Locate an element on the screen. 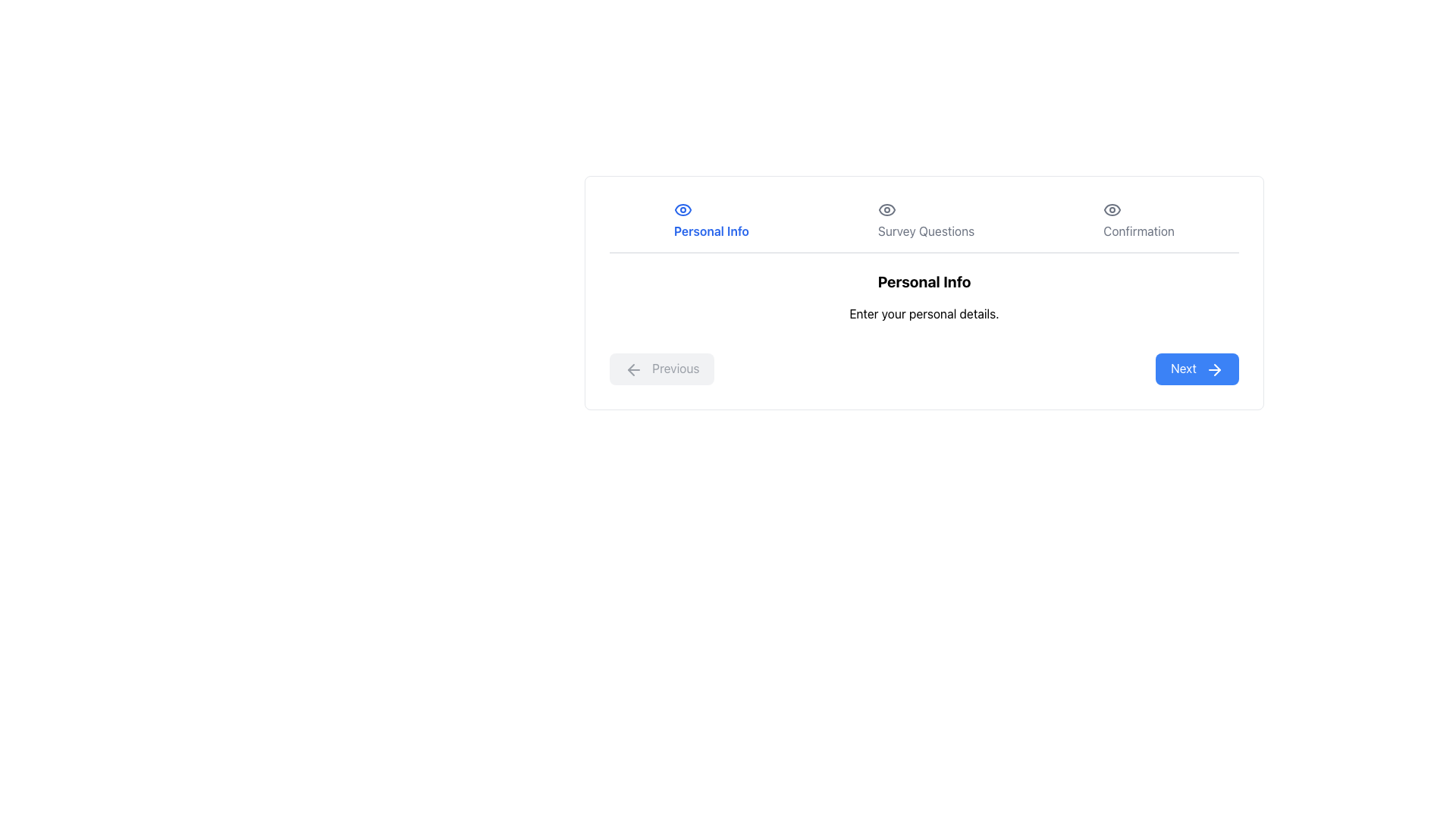  the rightmost text label in the horizontal navigation bar that indicates the 'Confirmation' step of the process is located at coordinates (1139, 231).